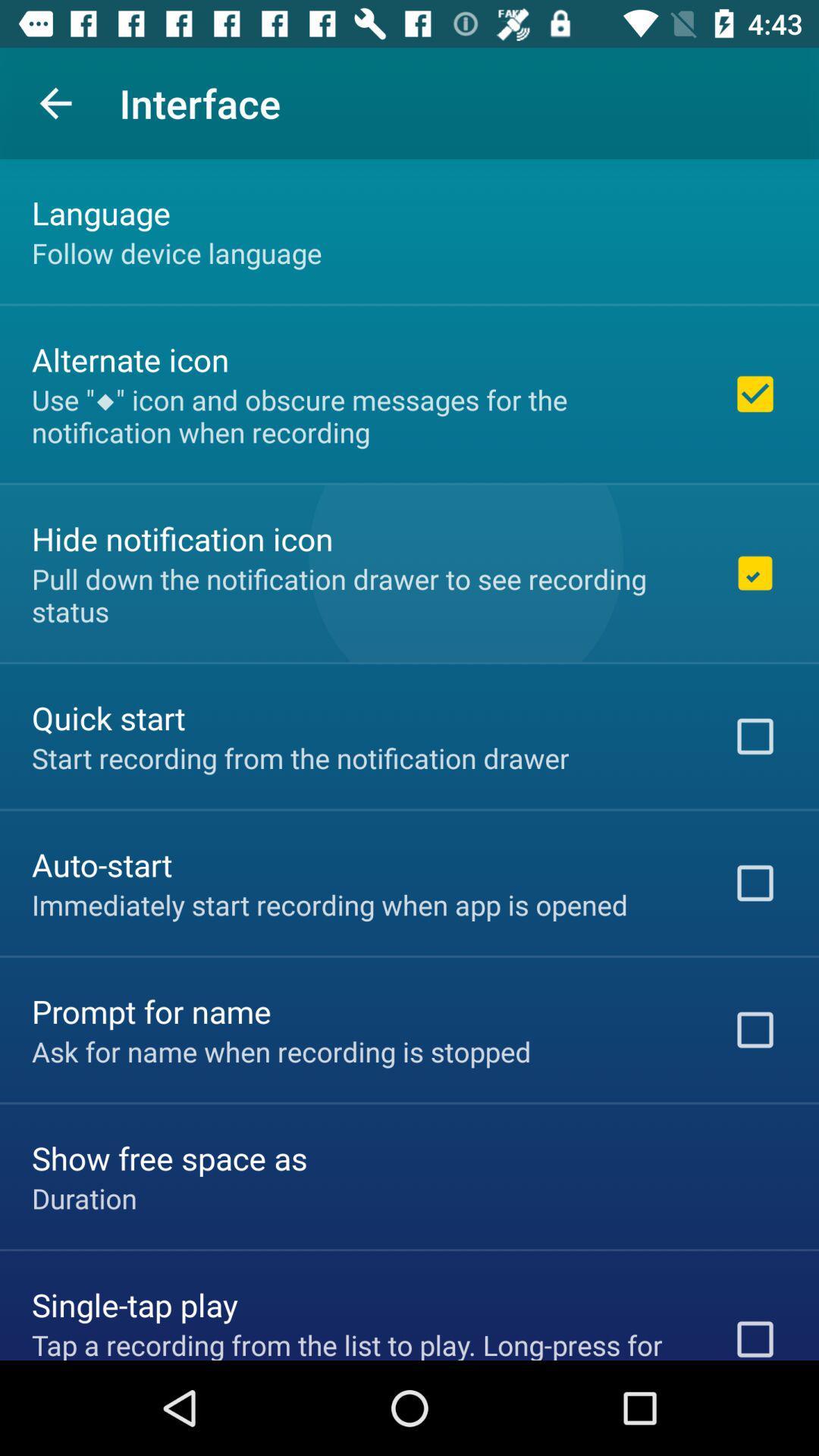 The image size is (819, 1456). I want to click on pull down the, so click(362, 594).